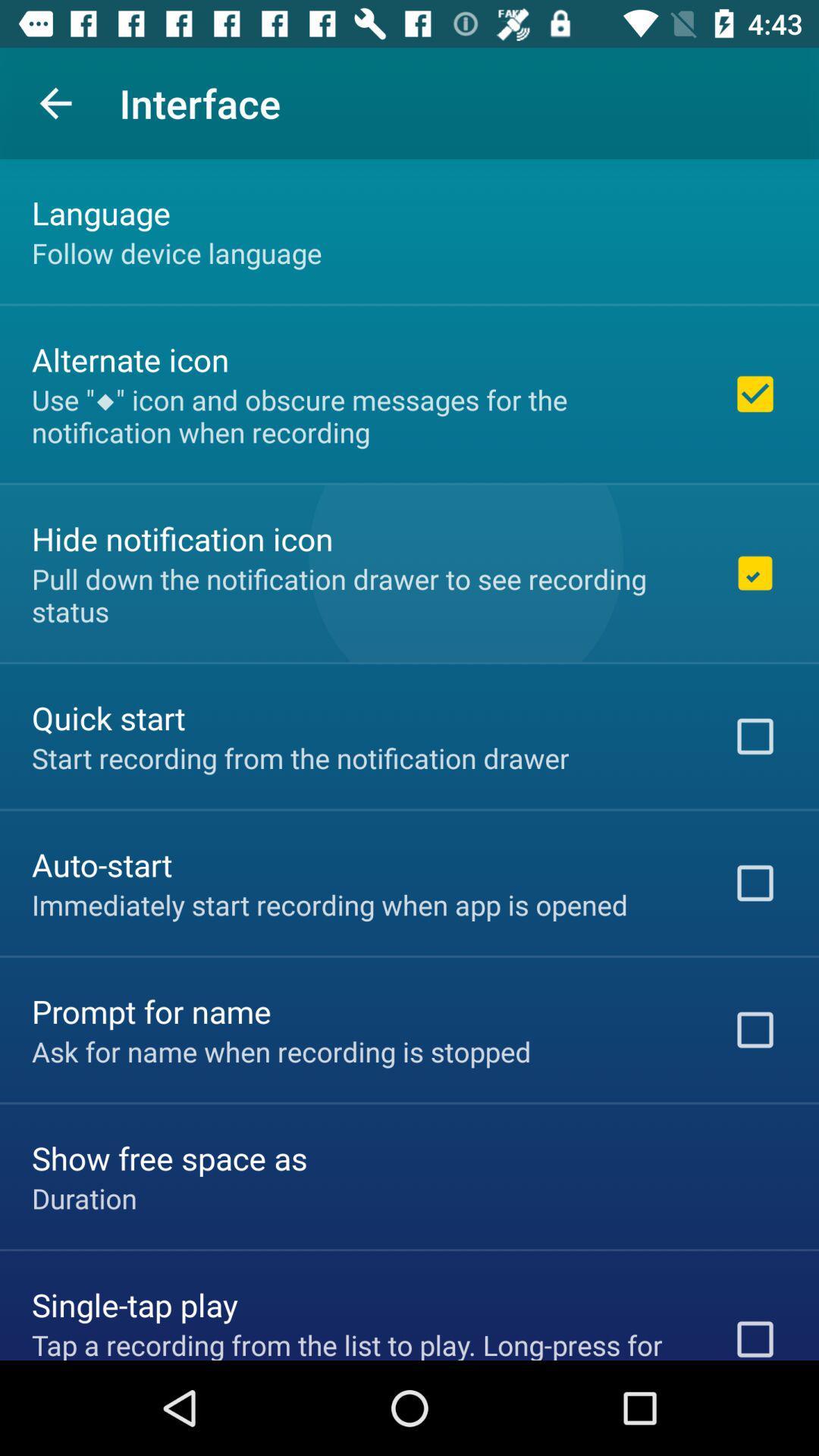 The image size is (819, 1456). I want to click on pull down the, so click(362, 594).